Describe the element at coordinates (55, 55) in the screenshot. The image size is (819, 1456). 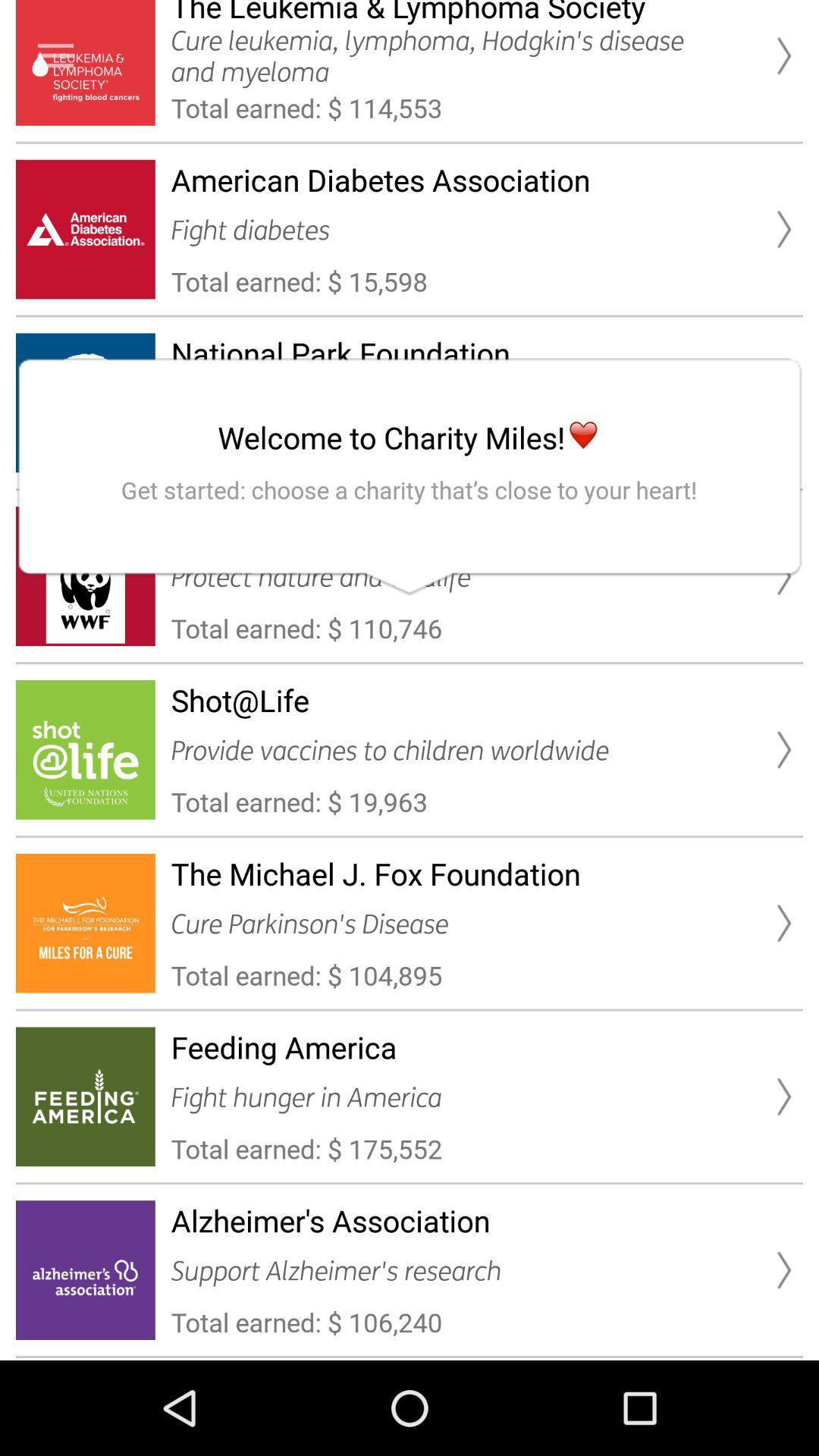
I see `advertisement page` at that location.